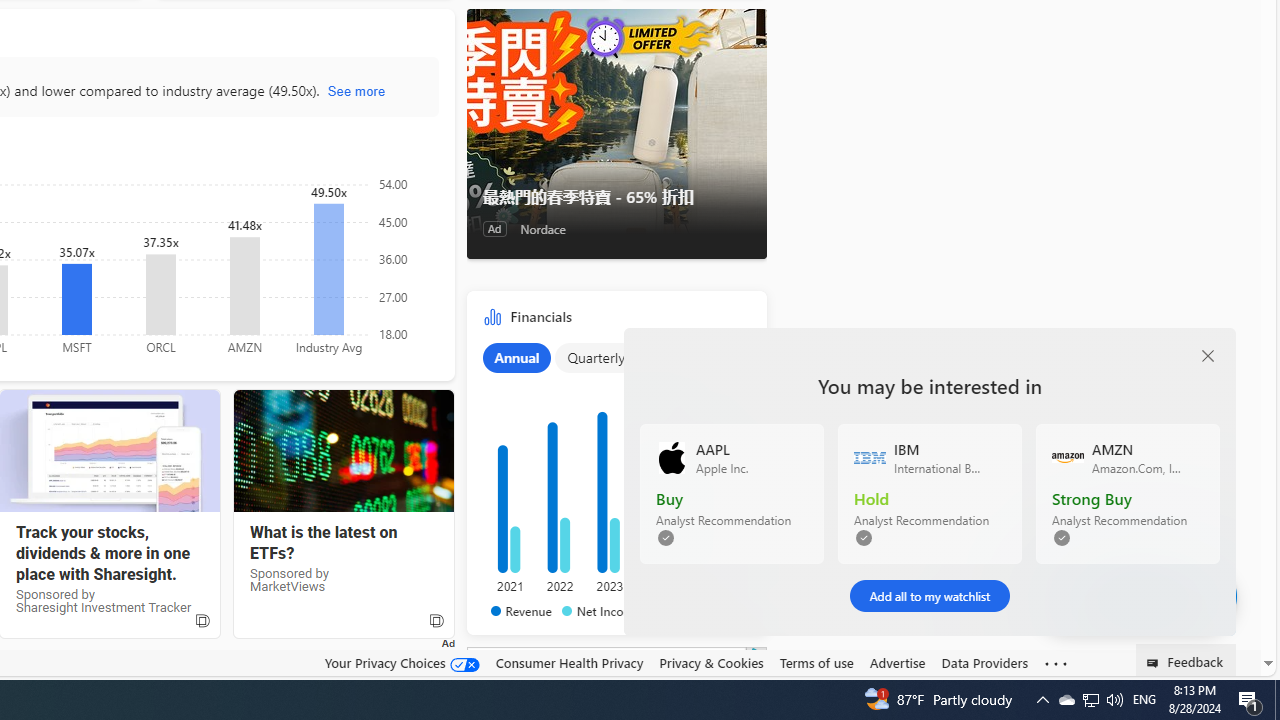 The height and width of the screenshot is (720, 1280). I want to click on 'Quarterly', so click(595, 356).